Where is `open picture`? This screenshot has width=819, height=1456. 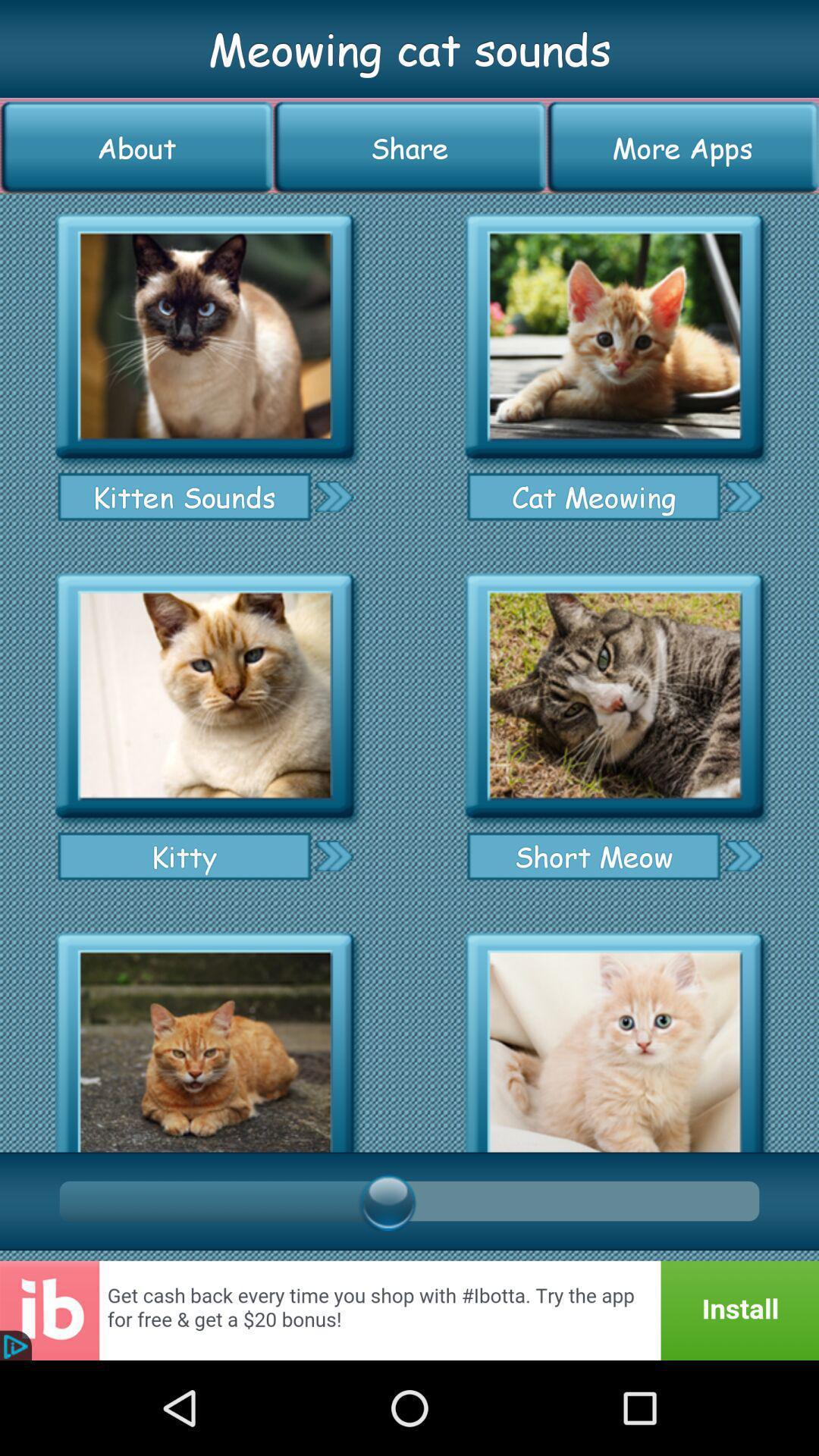 open picture is located at coordinates (205, 695).